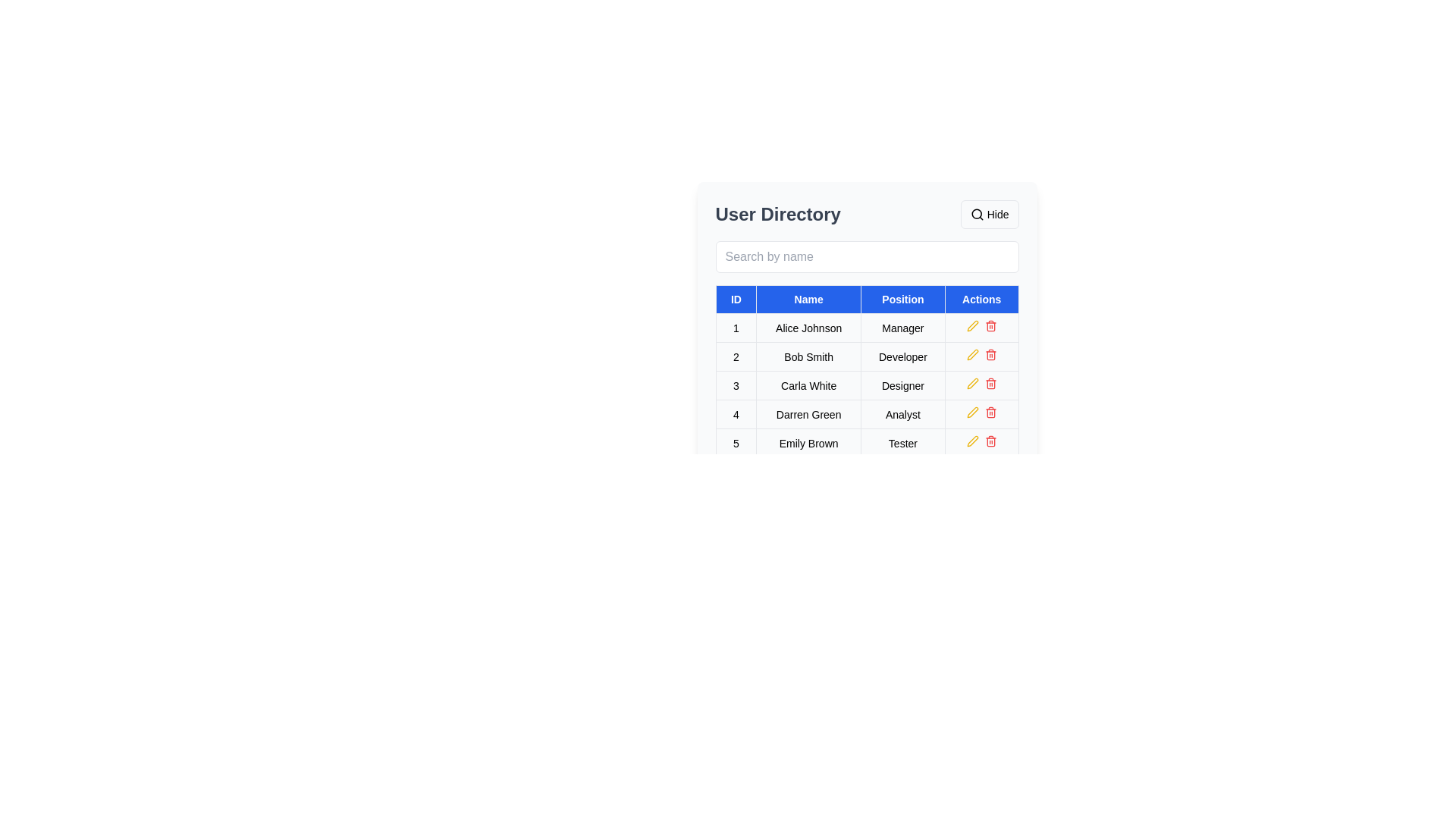 The width and height of the screenshot is (1456, 819). I want to click on the 'ID' table header cell, which serves as a label for the identification numbers in the user directory section, located at the top-left corner of the table header row, so click(736, 299).